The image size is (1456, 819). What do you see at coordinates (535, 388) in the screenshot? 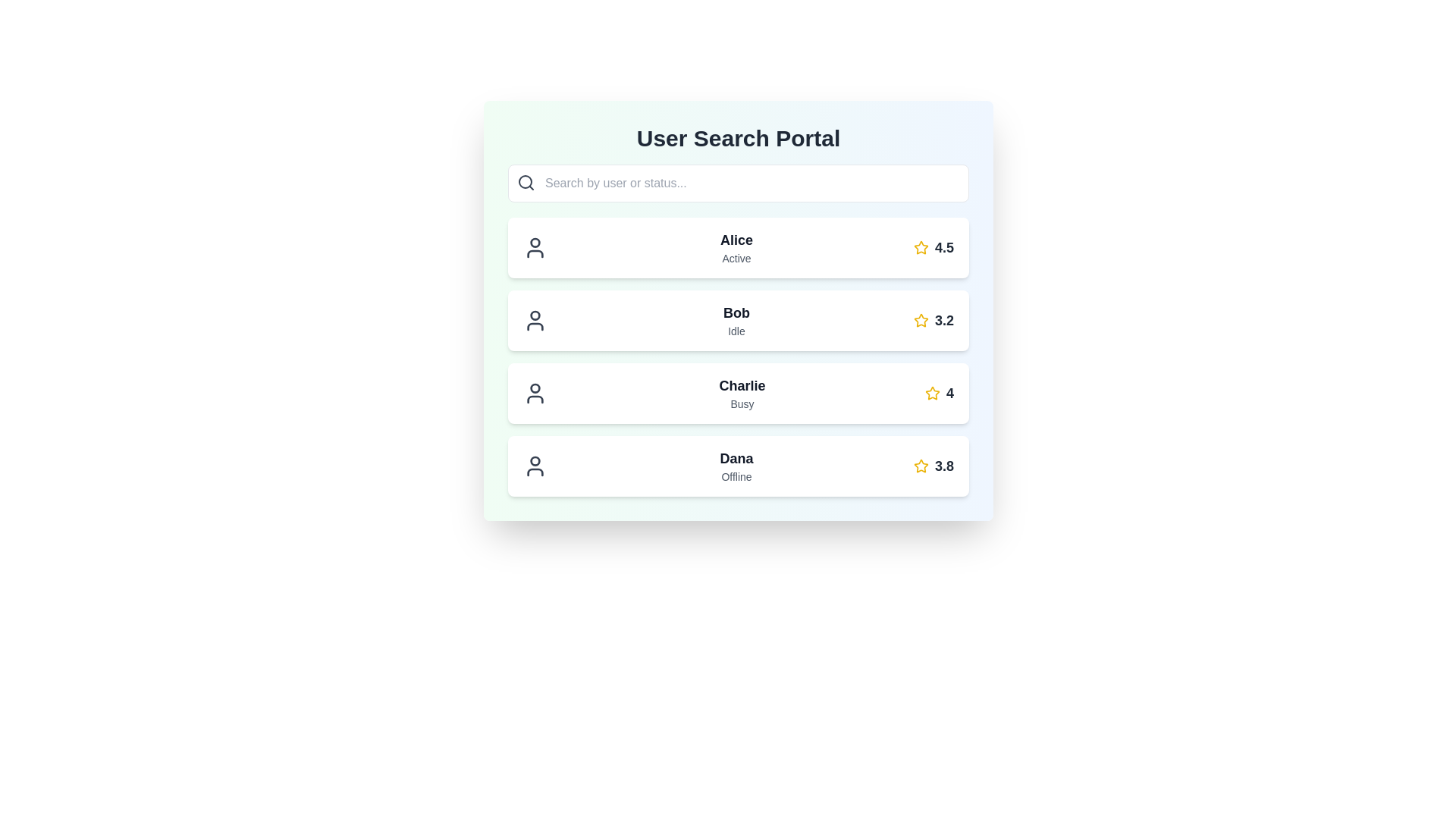
I see `the Circle SVG element that is part of the user profile illustration for 'Charlie.'` at bounding box center [535, 388].